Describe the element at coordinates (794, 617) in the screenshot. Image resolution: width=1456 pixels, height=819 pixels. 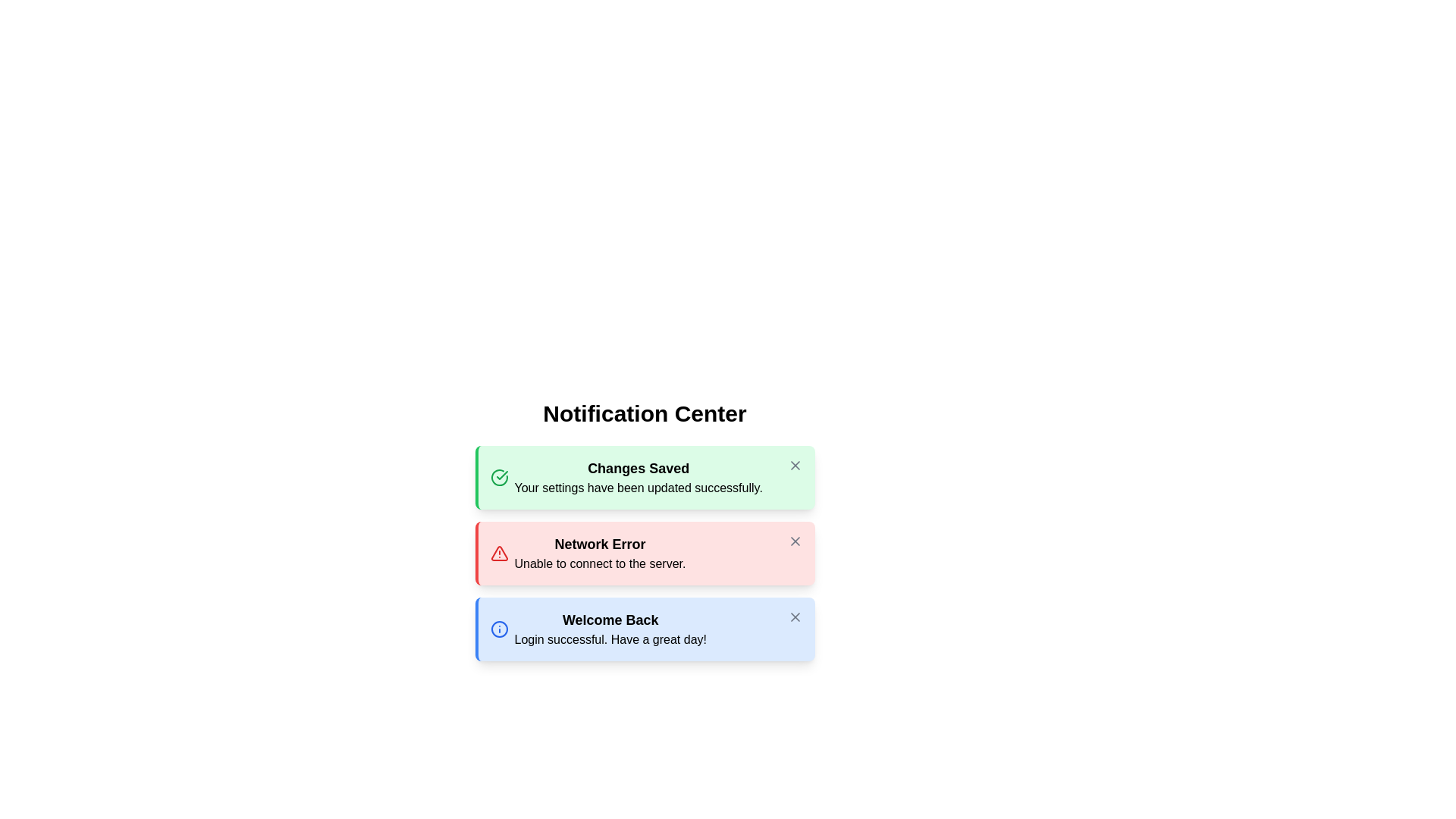
I see `the close icon button located at the top-right corner of the blue notification card` at that location.